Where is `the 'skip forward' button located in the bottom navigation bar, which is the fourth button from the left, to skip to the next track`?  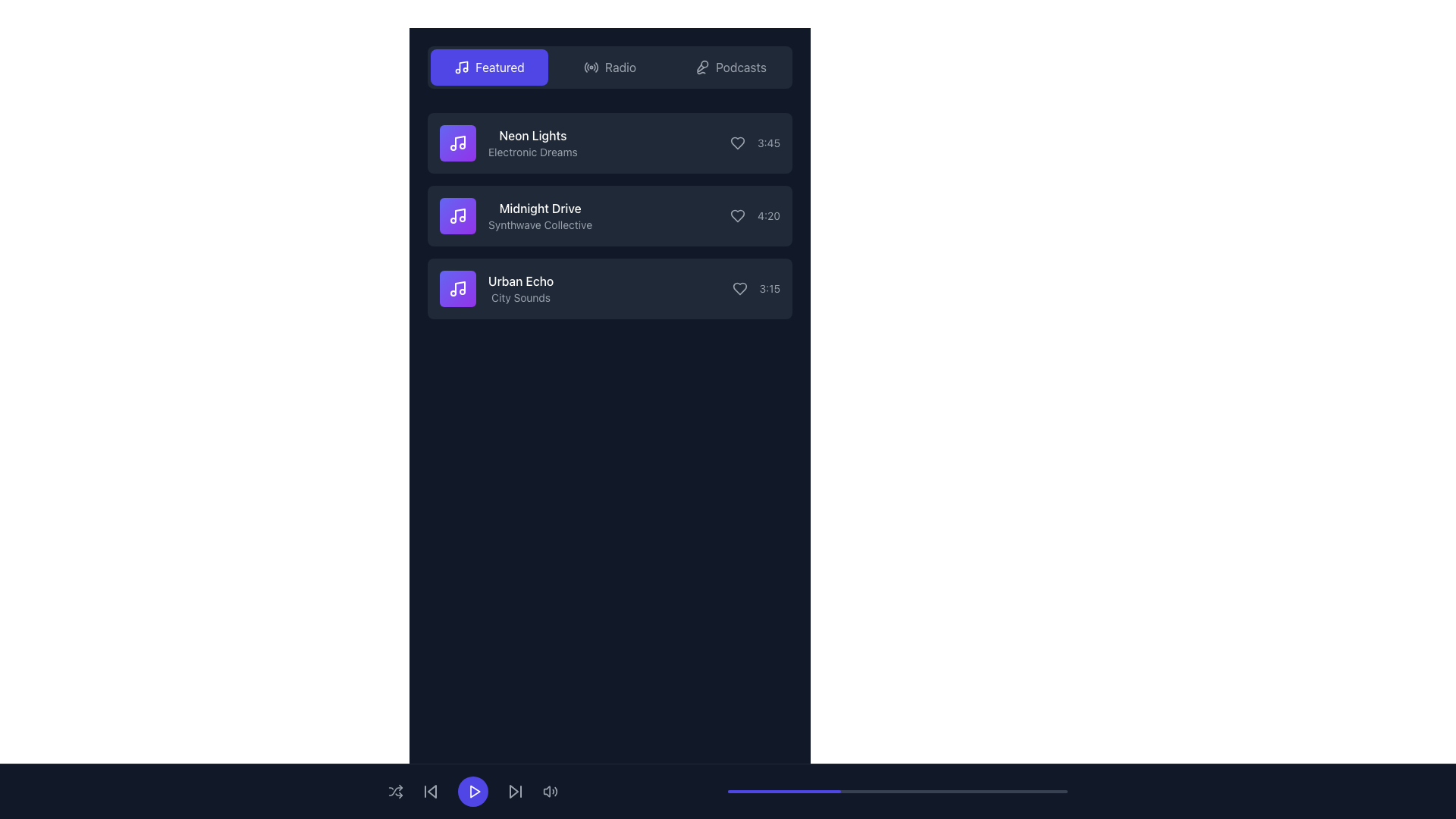
the 'skip forward' button located in the bottom navigation bar, which is the fourth button from the left, to skip to the next track is located at coordinates (516, 791).